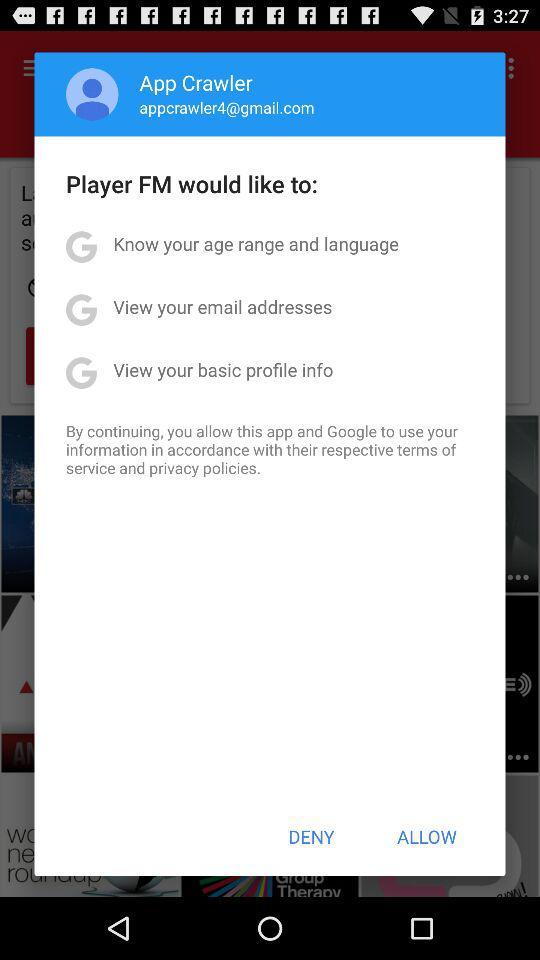 The height and width of the screenshot is (960, 540). Describe the element at coordinates (226, 107) in the screenshot. I see `the app below the app crawler` at that location.